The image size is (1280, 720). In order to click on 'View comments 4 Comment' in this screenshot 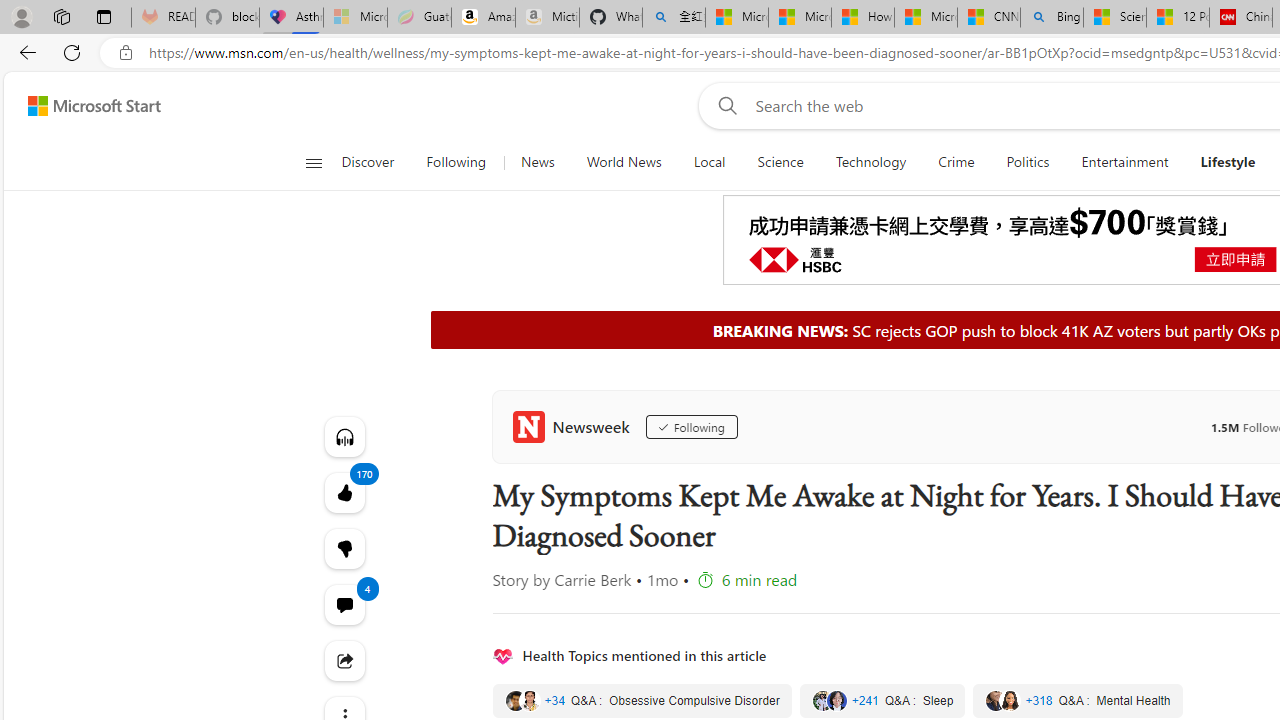, I will do `click(344, 603)`.